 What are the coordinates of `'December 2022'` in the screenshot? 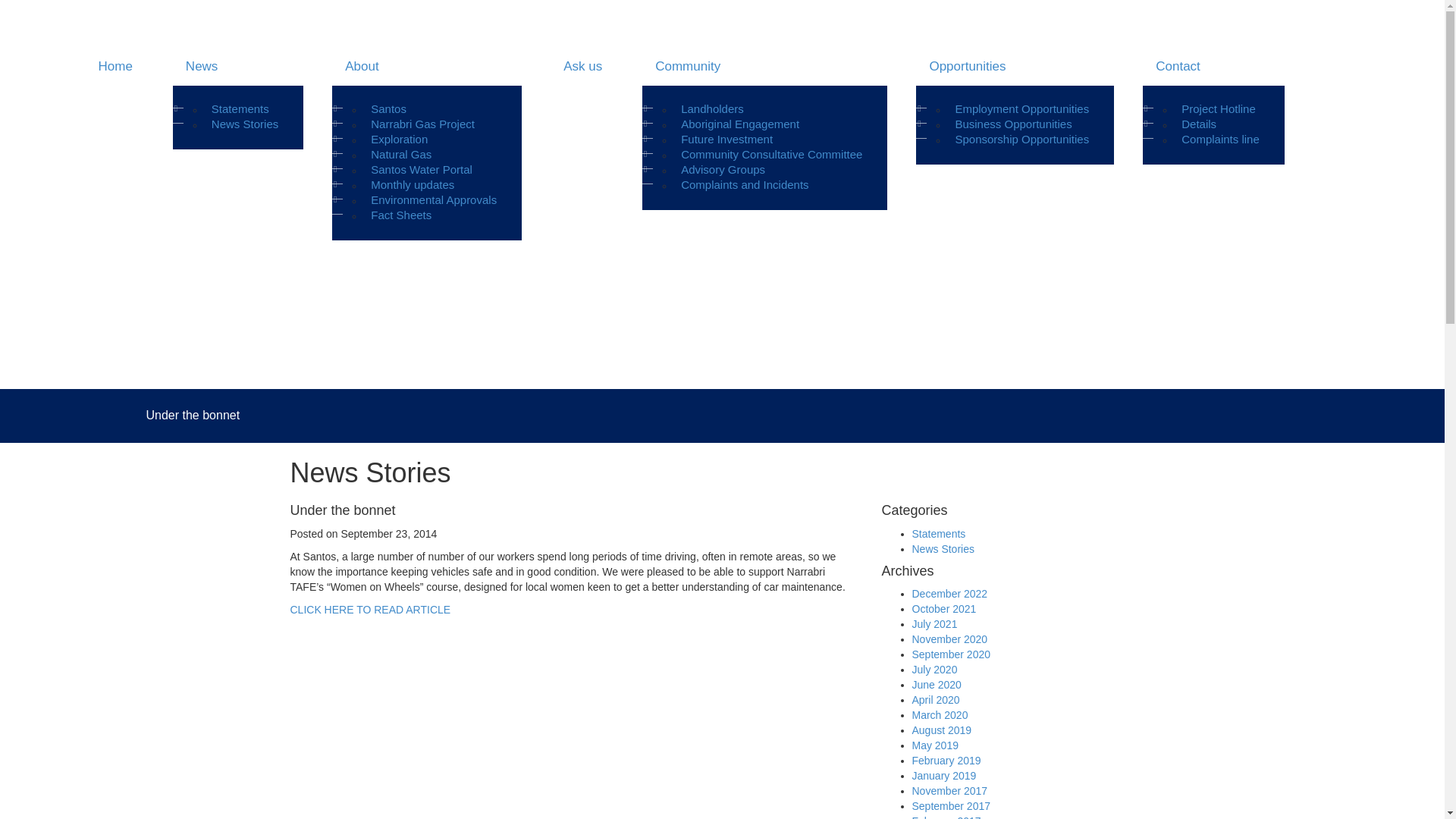 It's located at (949, 593).